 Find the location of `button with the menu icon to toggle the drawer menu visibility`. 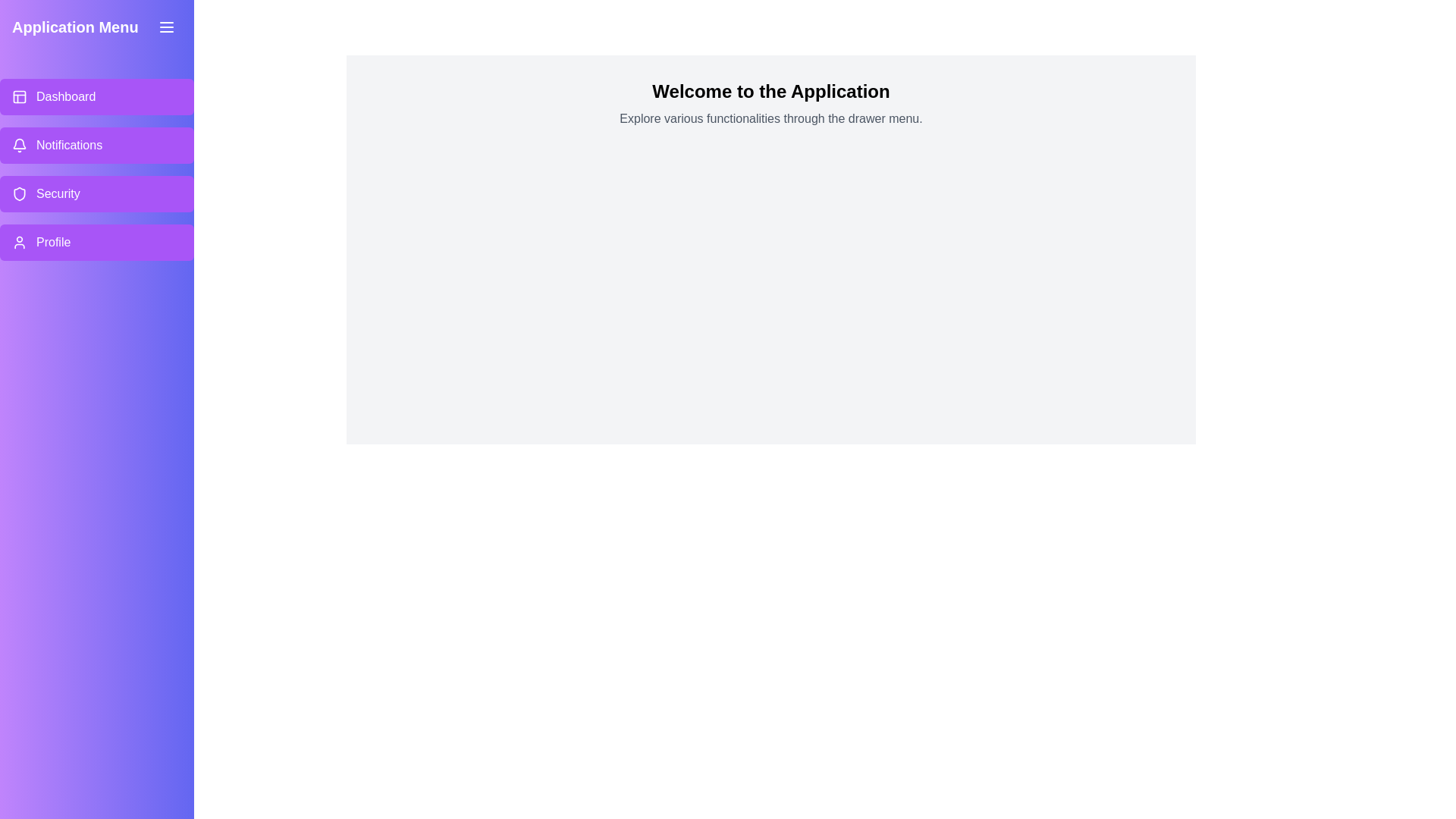

button with the menu icon to toggle the drawer menu visibility is located at coordinates (167, 27).